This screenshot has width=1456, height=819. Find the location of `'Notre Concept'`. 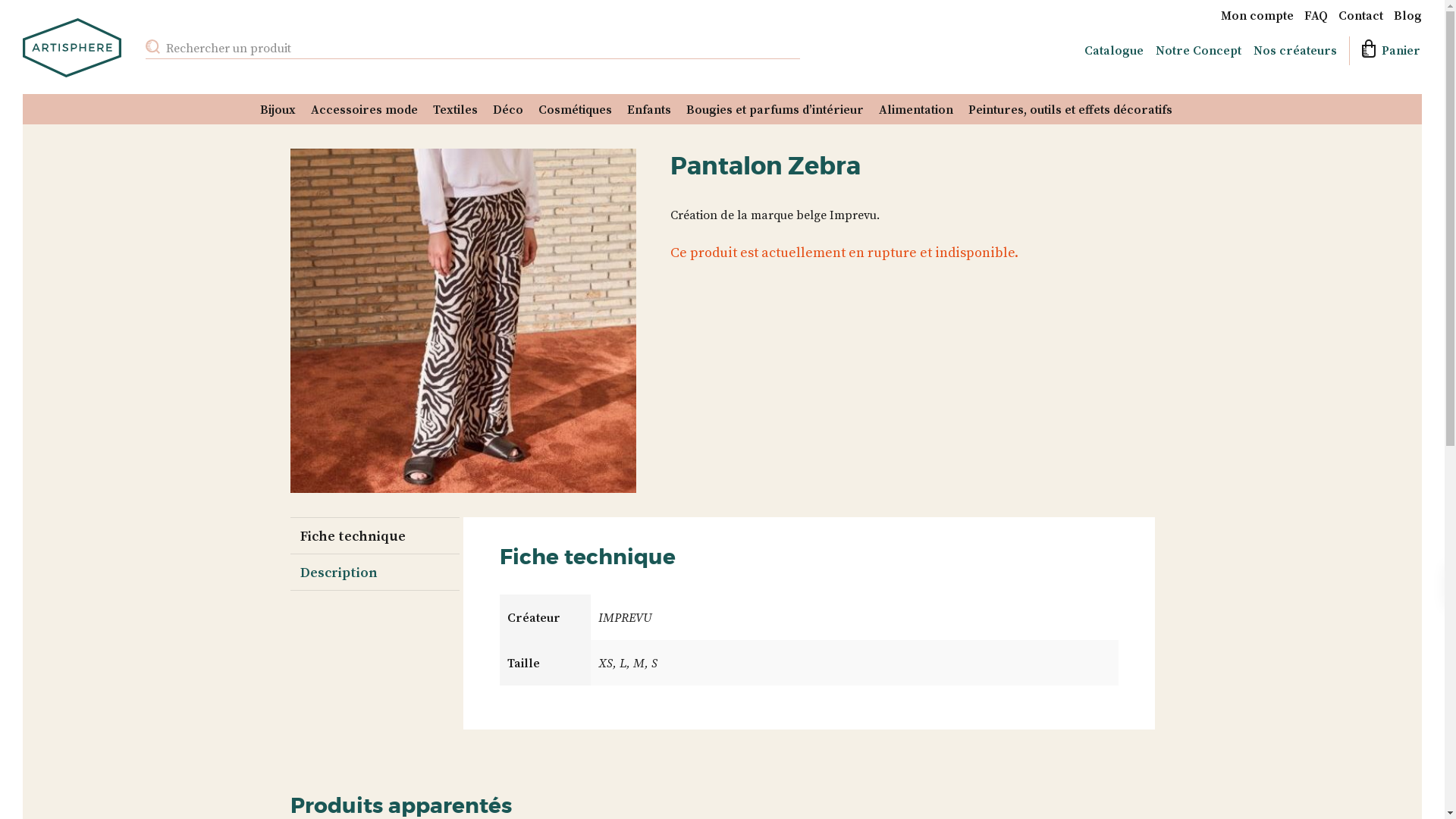

'Notre Concept' is located at coordinates (1197, 49).